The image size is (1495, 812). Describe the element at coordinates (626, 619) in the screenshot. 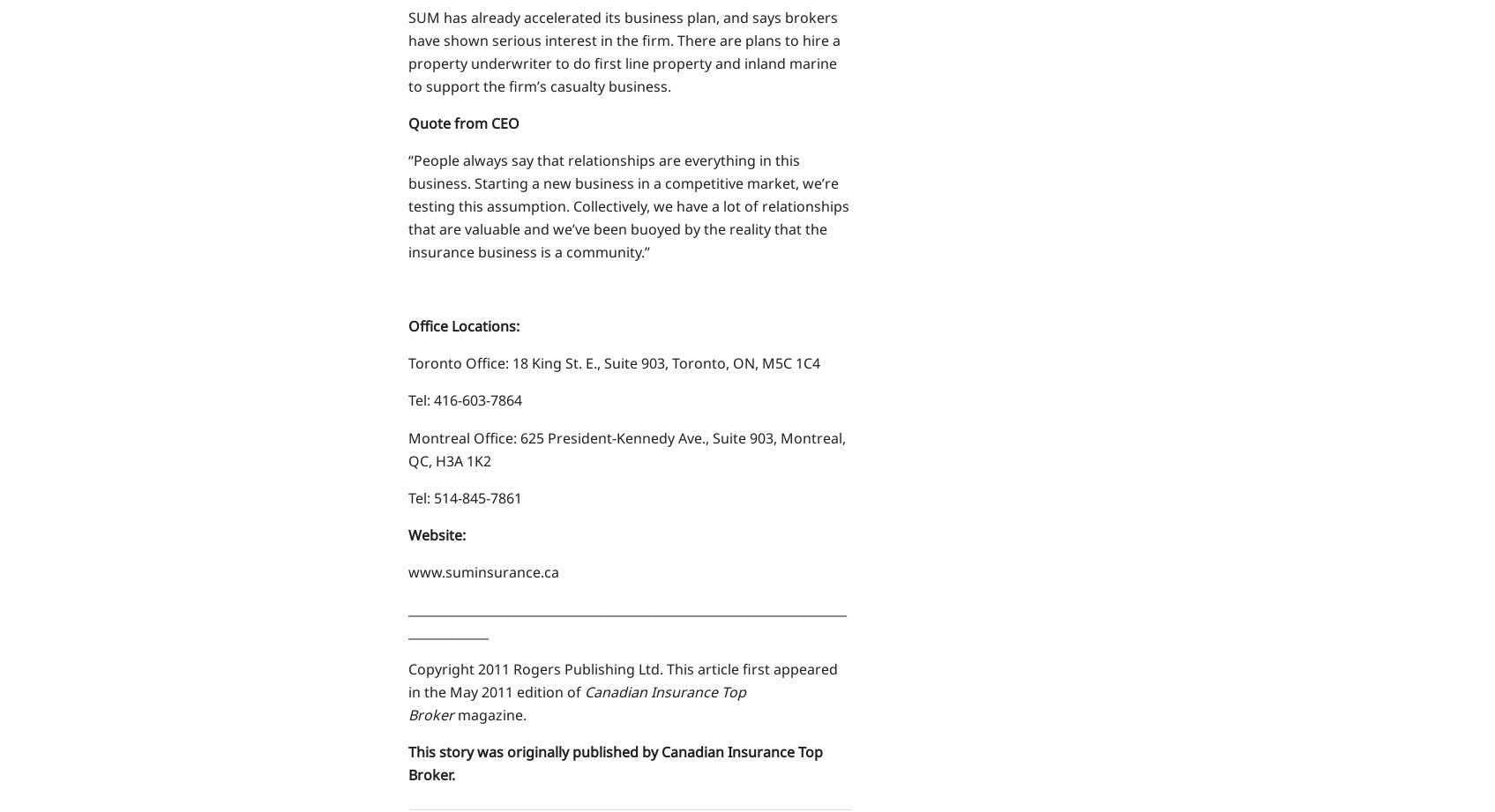

I see `'____________________________________________________________________________________'` at that location.